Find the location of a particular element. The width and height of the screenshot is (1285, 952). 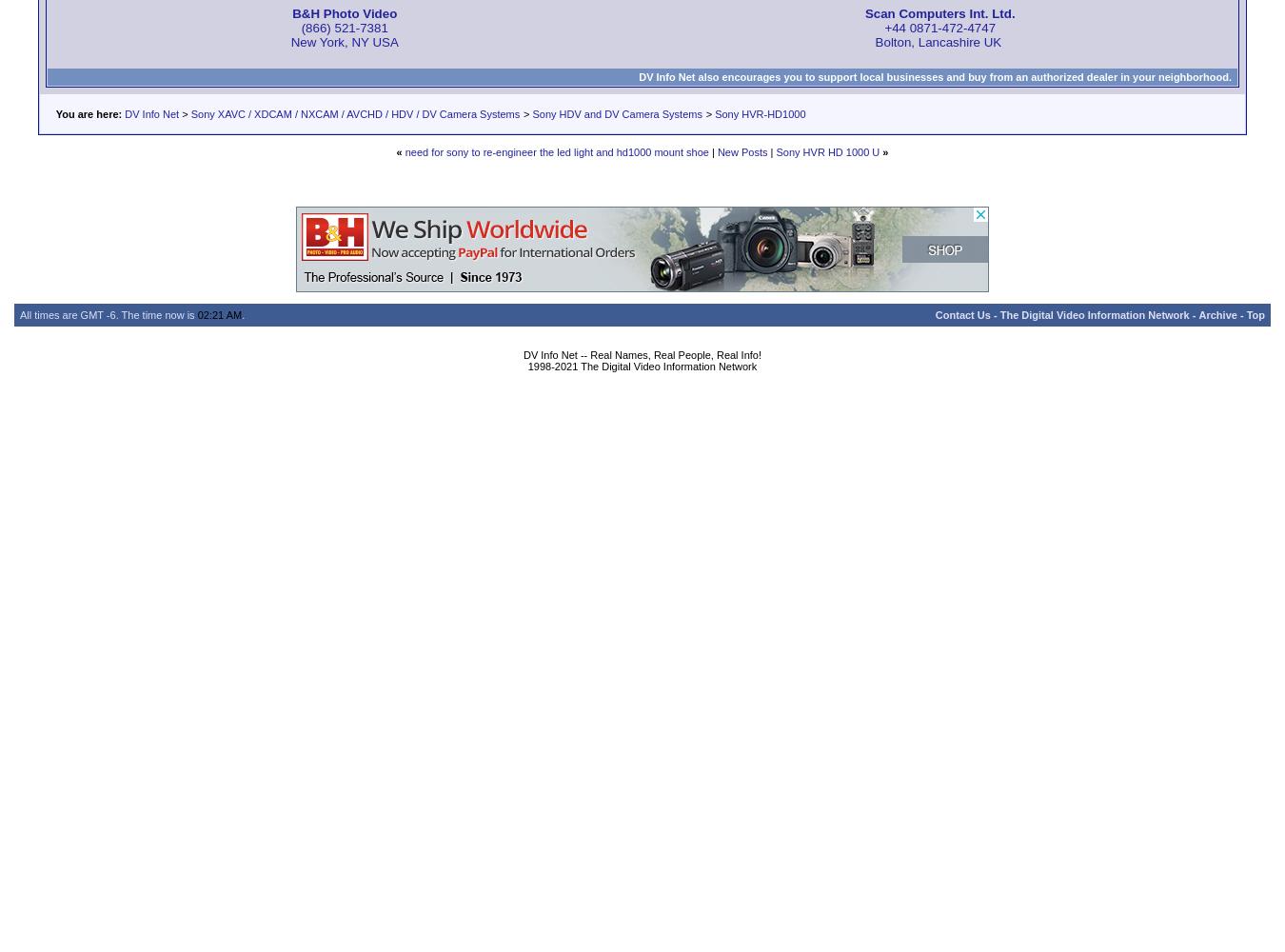

'.' is located at coordinates (240, 314).